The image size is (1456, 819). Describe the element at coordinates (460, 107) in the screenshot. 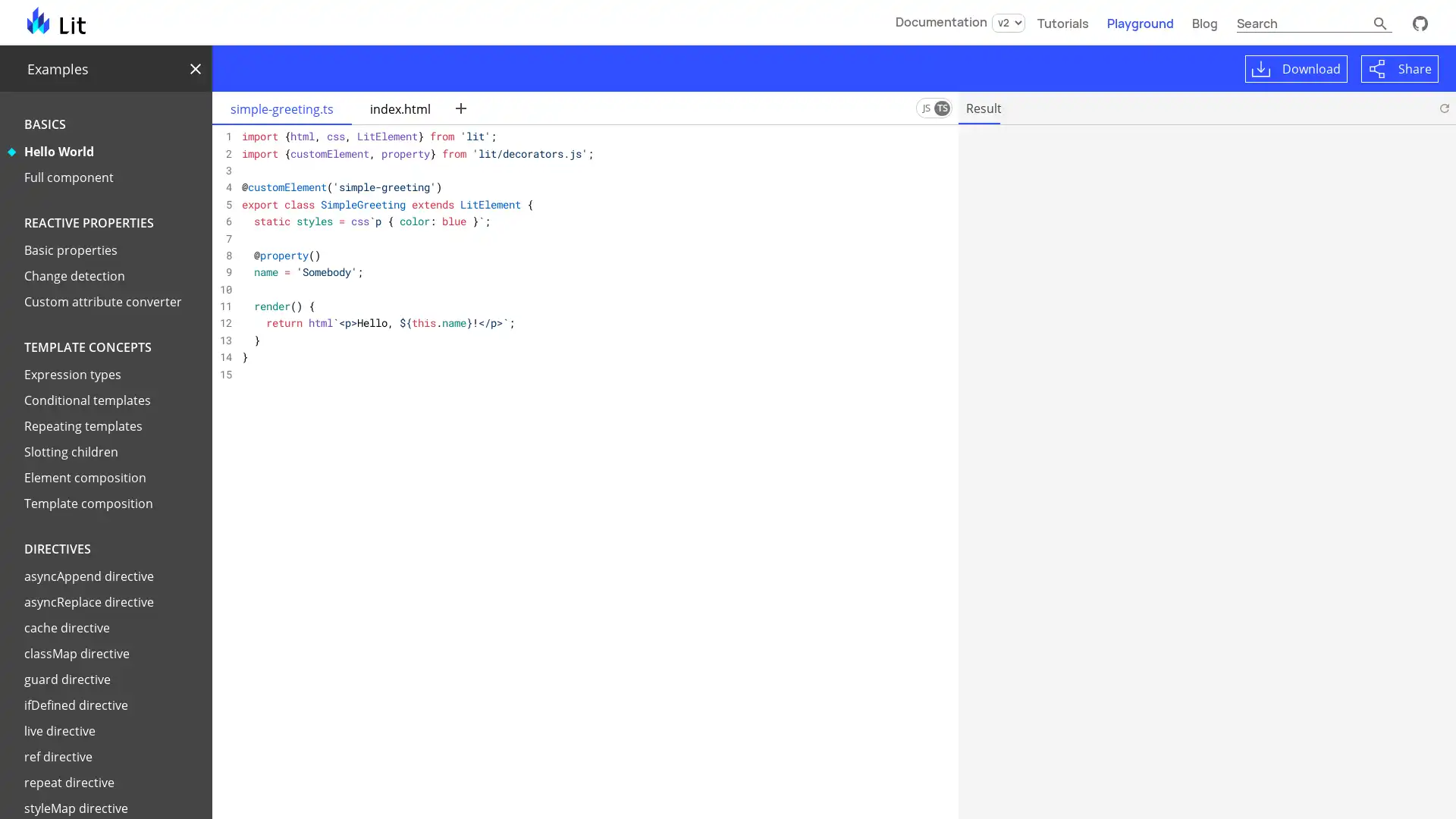

I see `New file` at that location.